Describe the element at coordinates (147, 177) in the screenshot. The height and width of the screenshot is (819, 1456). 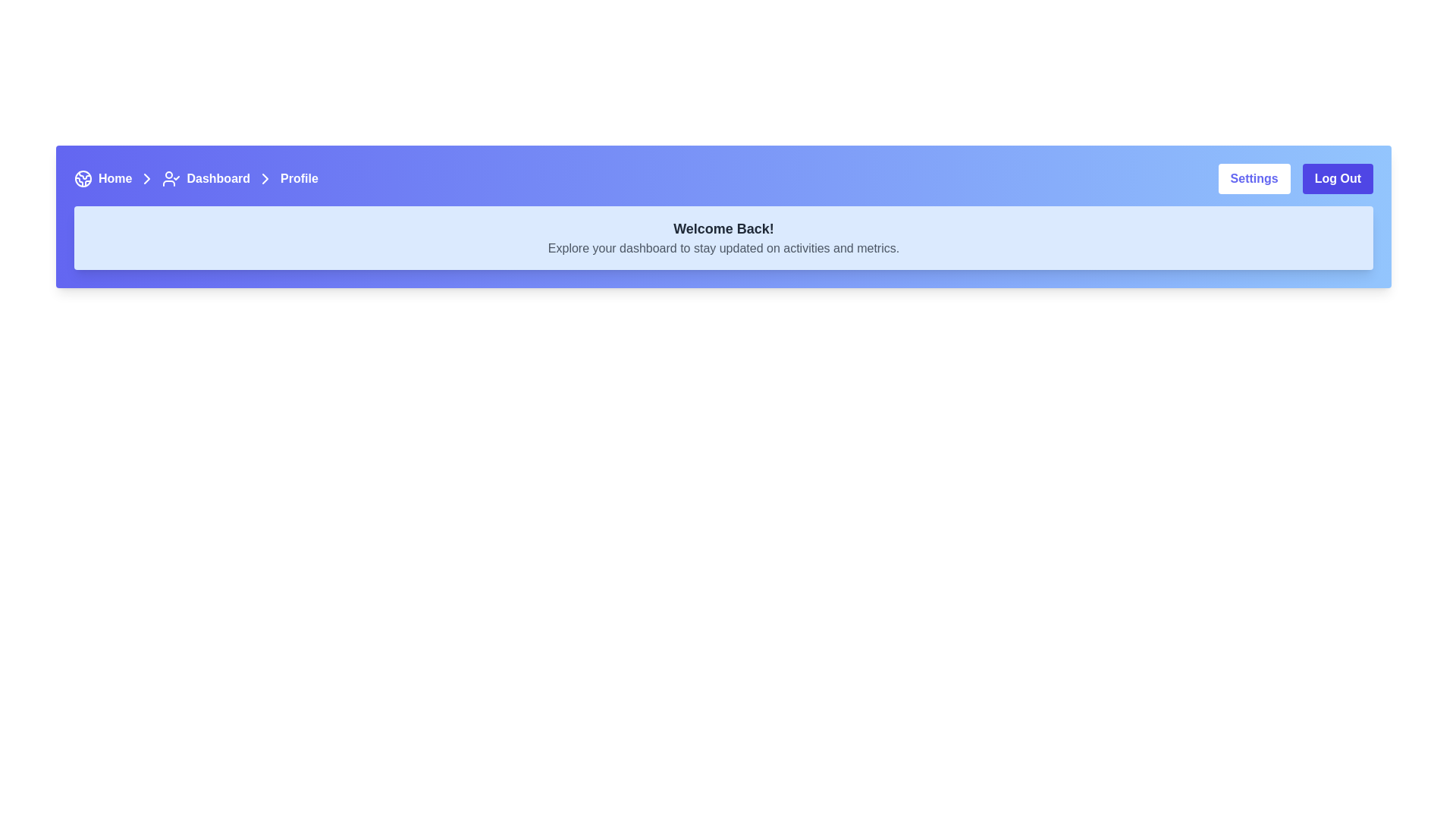
I see `the rightward chevron icon in the breadcrumb navigation bar that separates 'Home' from the next section` at that location.